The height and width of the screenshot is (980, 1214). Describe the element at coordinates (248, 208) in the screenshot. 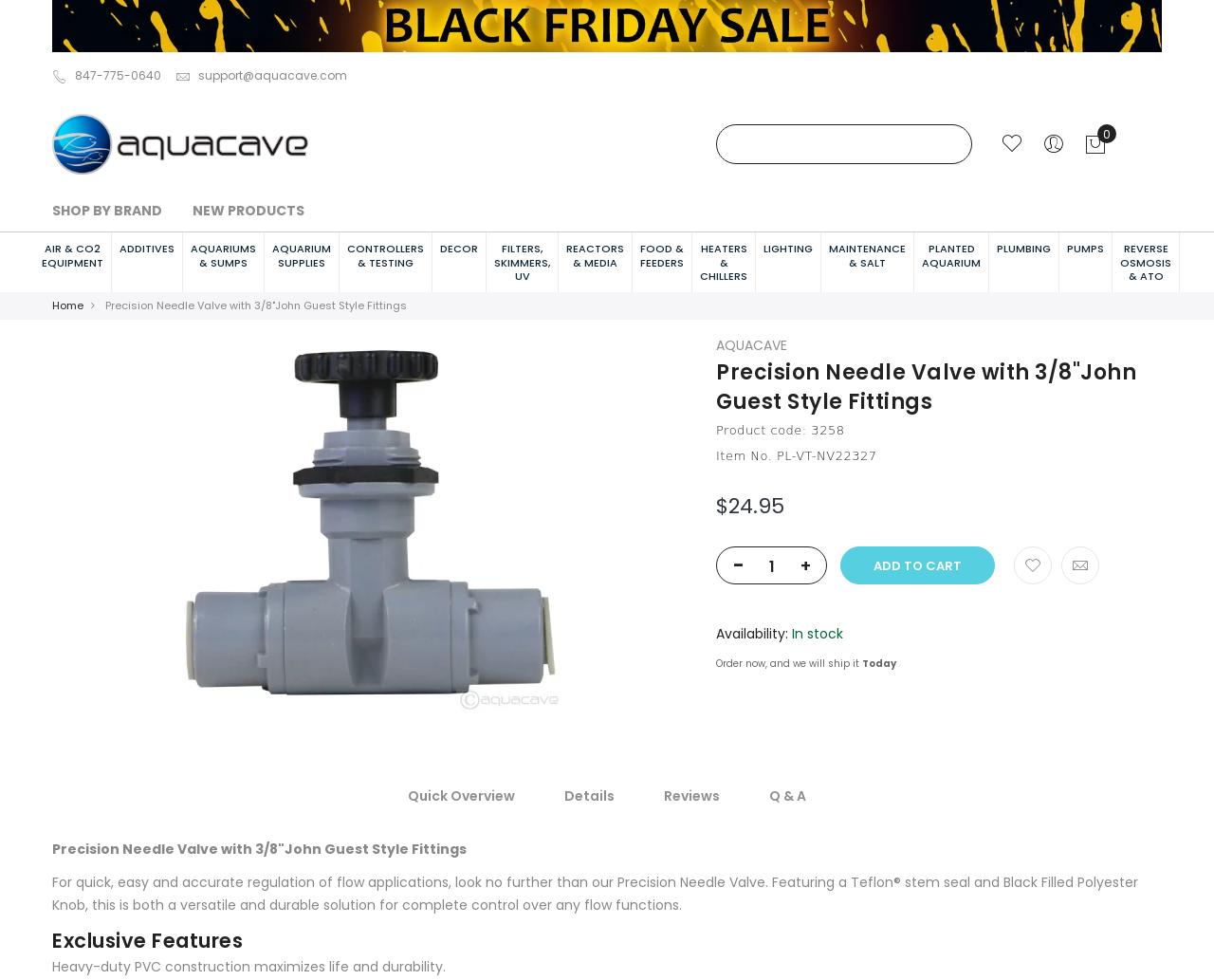

I see `'NEW PRODUCTS'` at that location.